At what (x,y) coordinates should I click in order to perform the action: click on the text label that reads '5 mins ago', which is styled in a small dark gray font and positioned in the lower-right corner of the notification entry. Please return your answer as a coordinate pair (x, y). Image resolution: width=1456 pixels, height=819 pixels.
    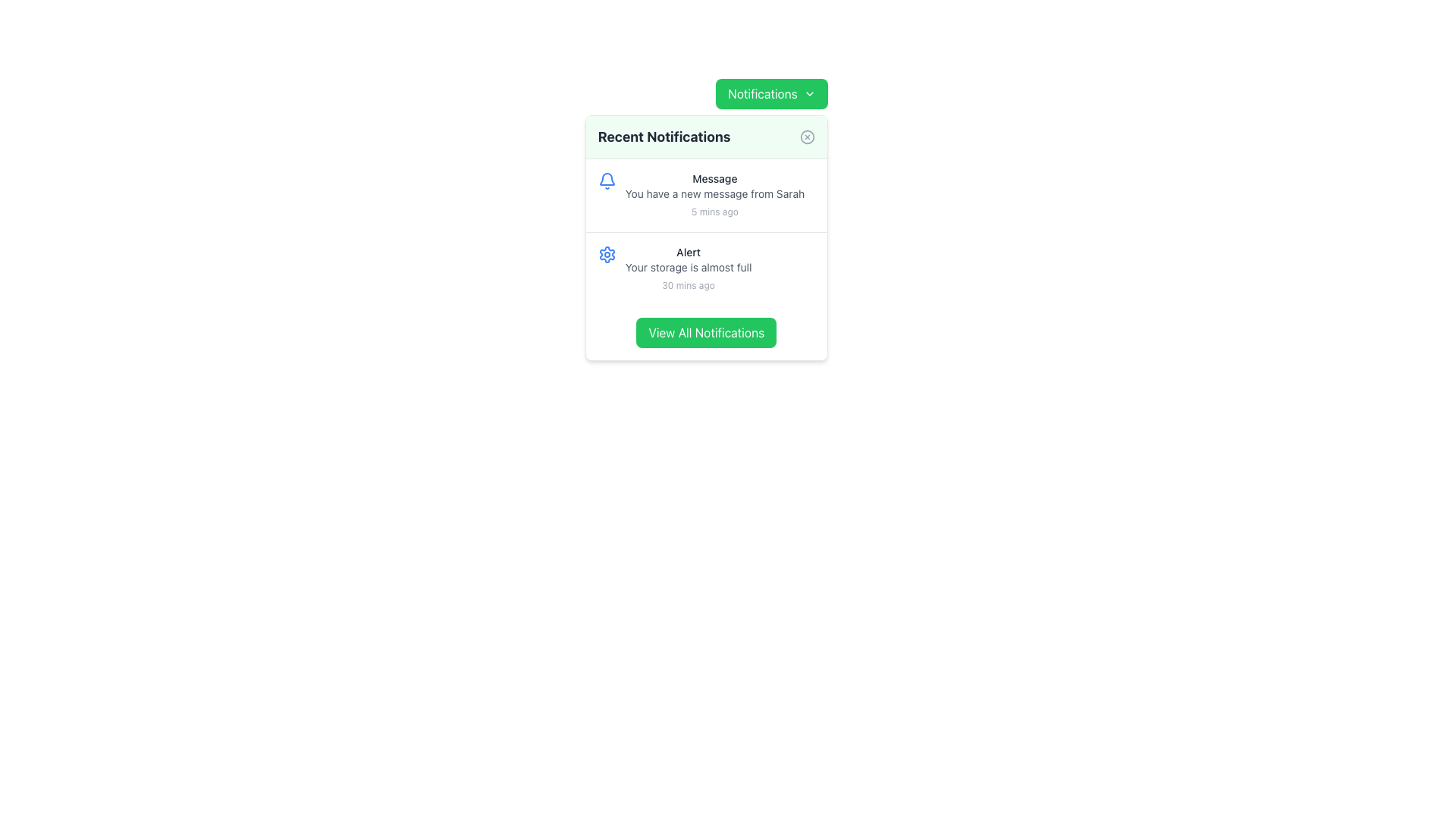
    Looking at the image, I should click on (714, 212).